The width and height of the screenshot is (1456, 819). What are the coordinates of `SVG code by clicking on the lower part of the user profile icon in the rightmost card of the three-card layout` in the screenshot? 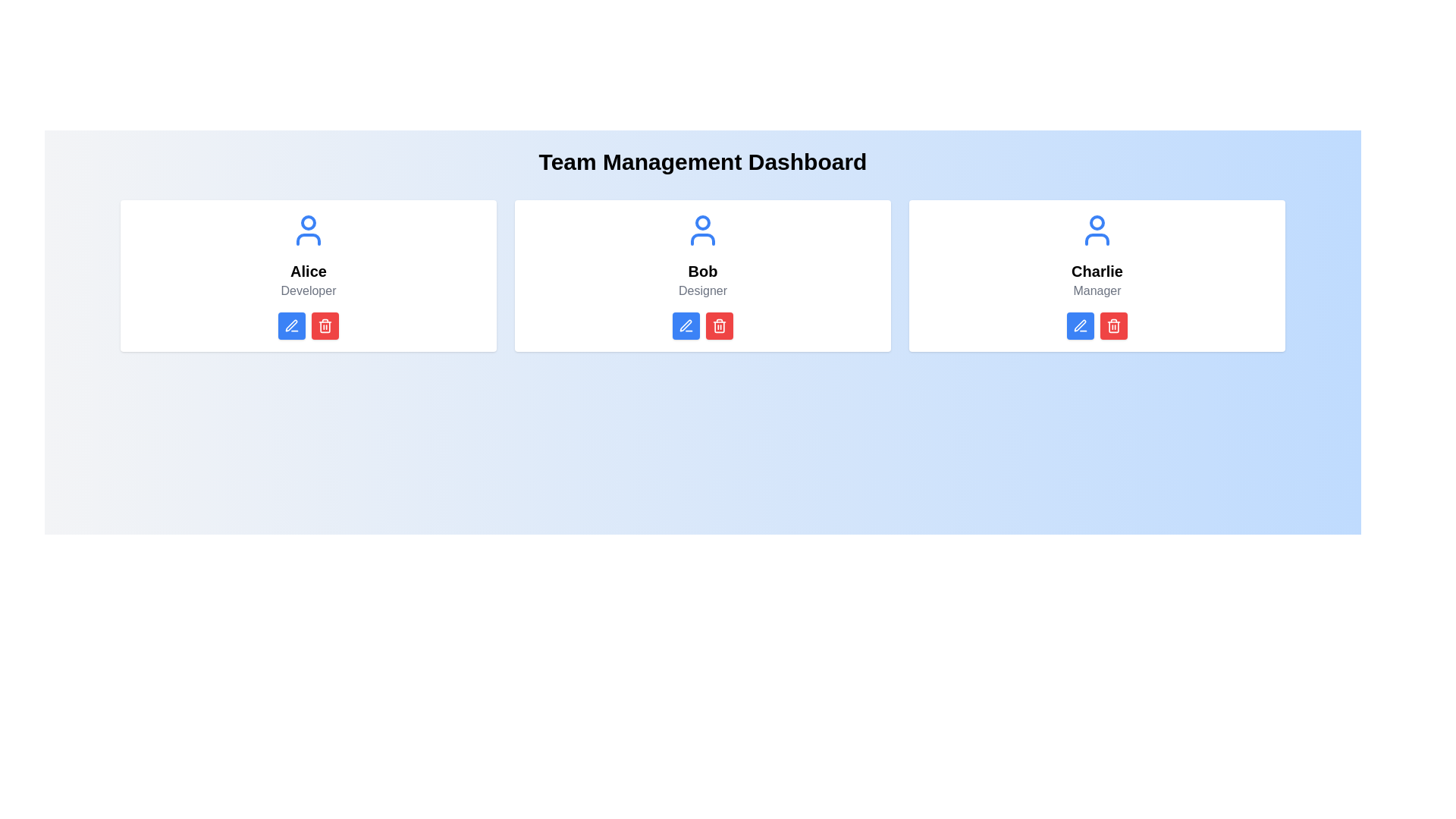 It's located at (1097, 239).